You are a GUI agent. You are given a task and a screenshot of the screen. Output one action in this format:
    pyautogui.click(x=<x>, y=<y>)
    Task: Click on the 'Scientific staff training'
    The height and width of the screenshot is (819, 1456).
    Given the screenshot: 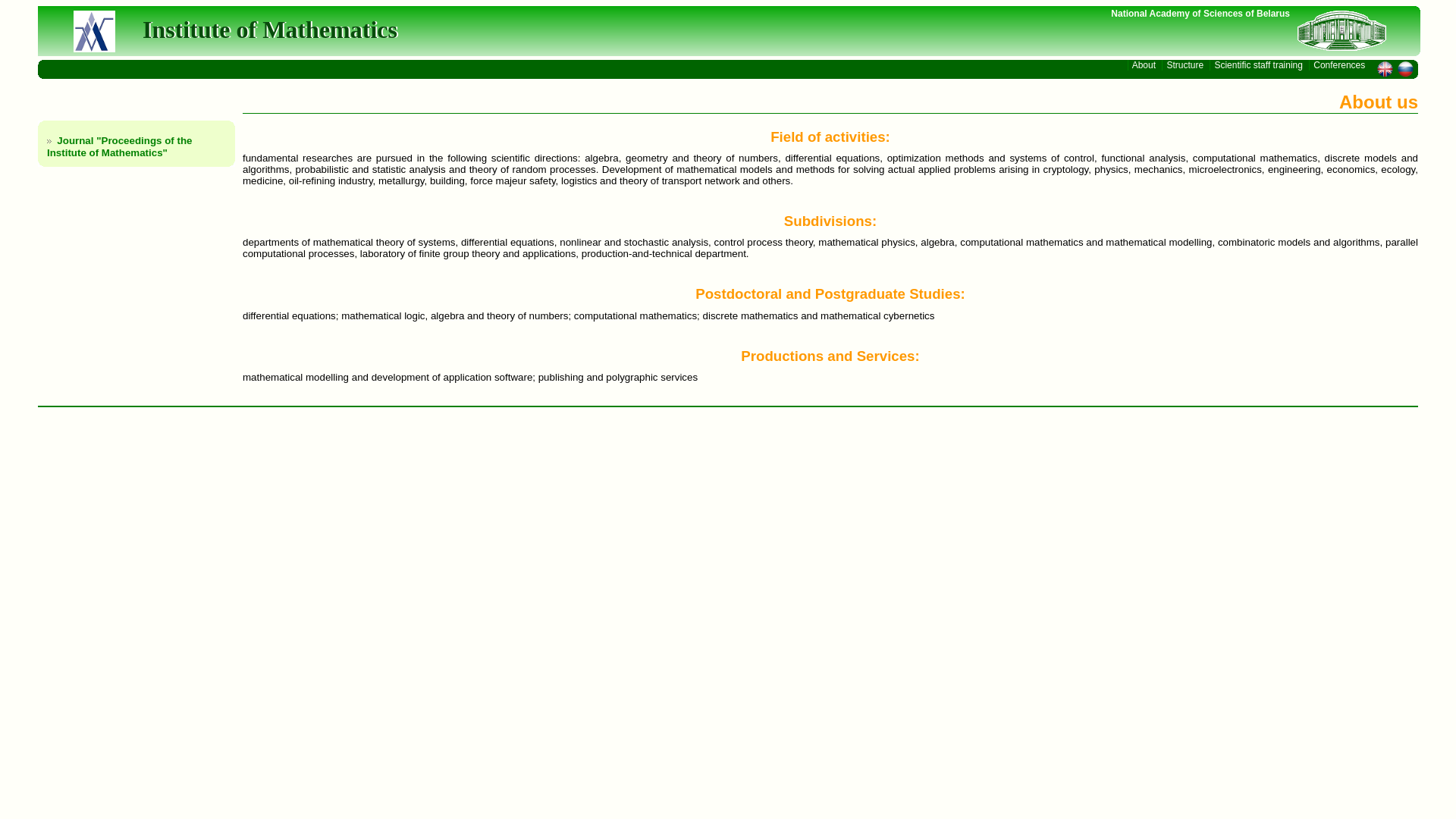 What is the action you would take?
    pyautogui.click(x=1259, y=64)
    